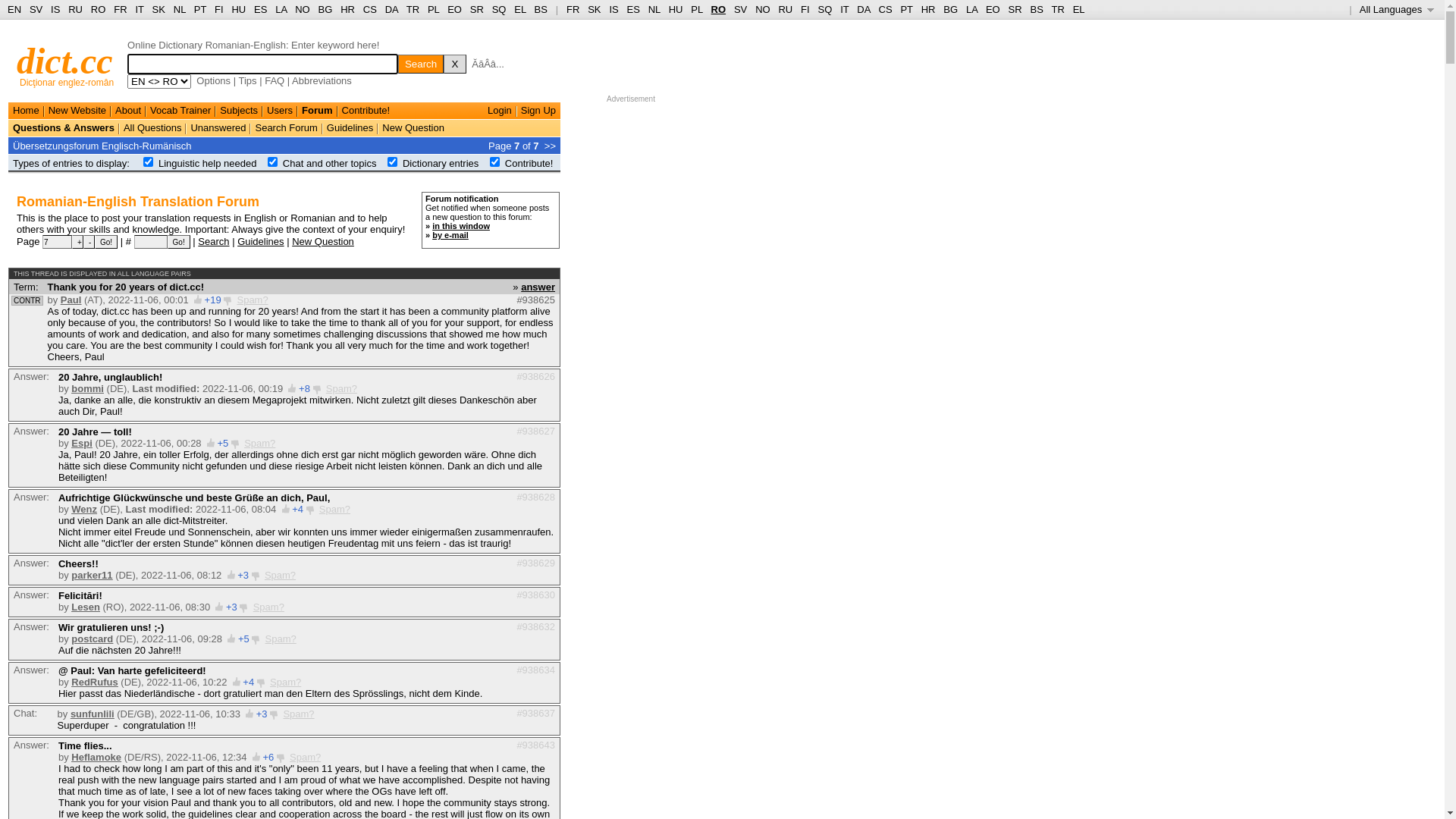  What do you see at coordinates (302, 9) in the screenshot?
I see `'NO'` at bounding box center [302, 9].